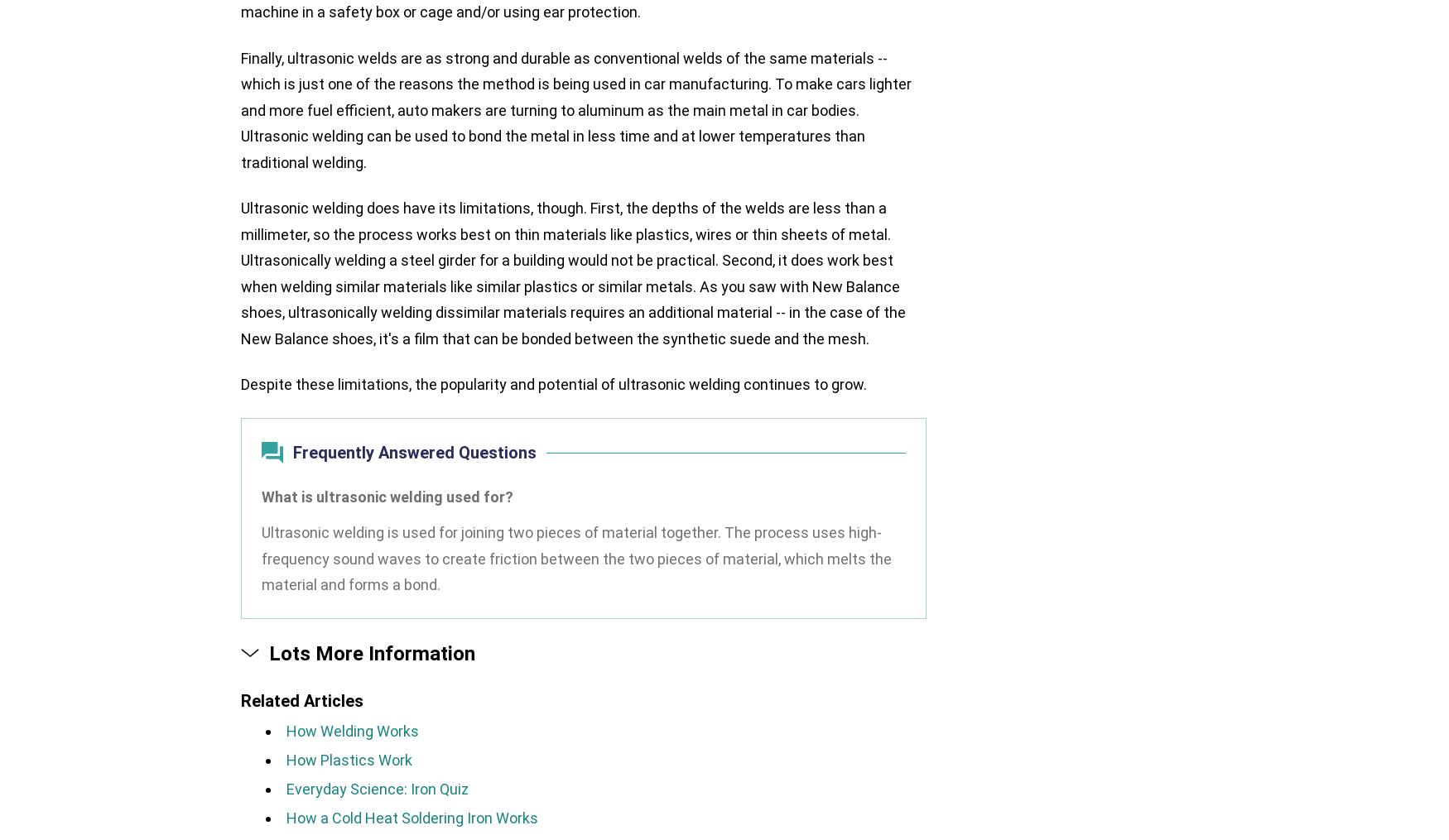  What do you see at coordinates (387, 495) in the screenshot?
I see `'What is ultrasonic welding used for?'` at bounding box center [387, 495].